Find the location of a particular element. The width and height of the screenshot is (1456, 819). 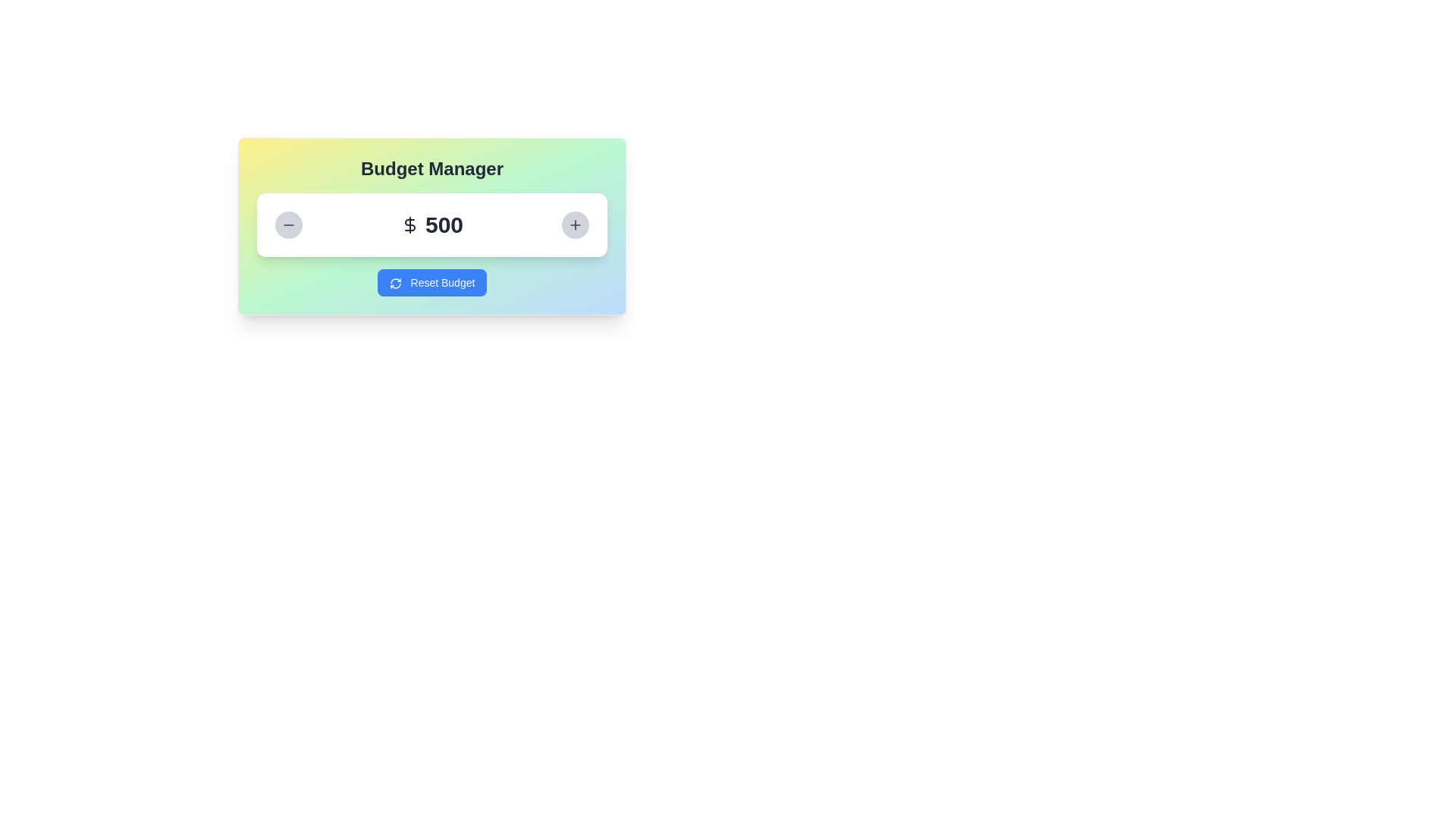

the reset button located at the bottom center of the 'Budget Manager' card to reset the budget value to its default state is located at coordinates (431, 283).